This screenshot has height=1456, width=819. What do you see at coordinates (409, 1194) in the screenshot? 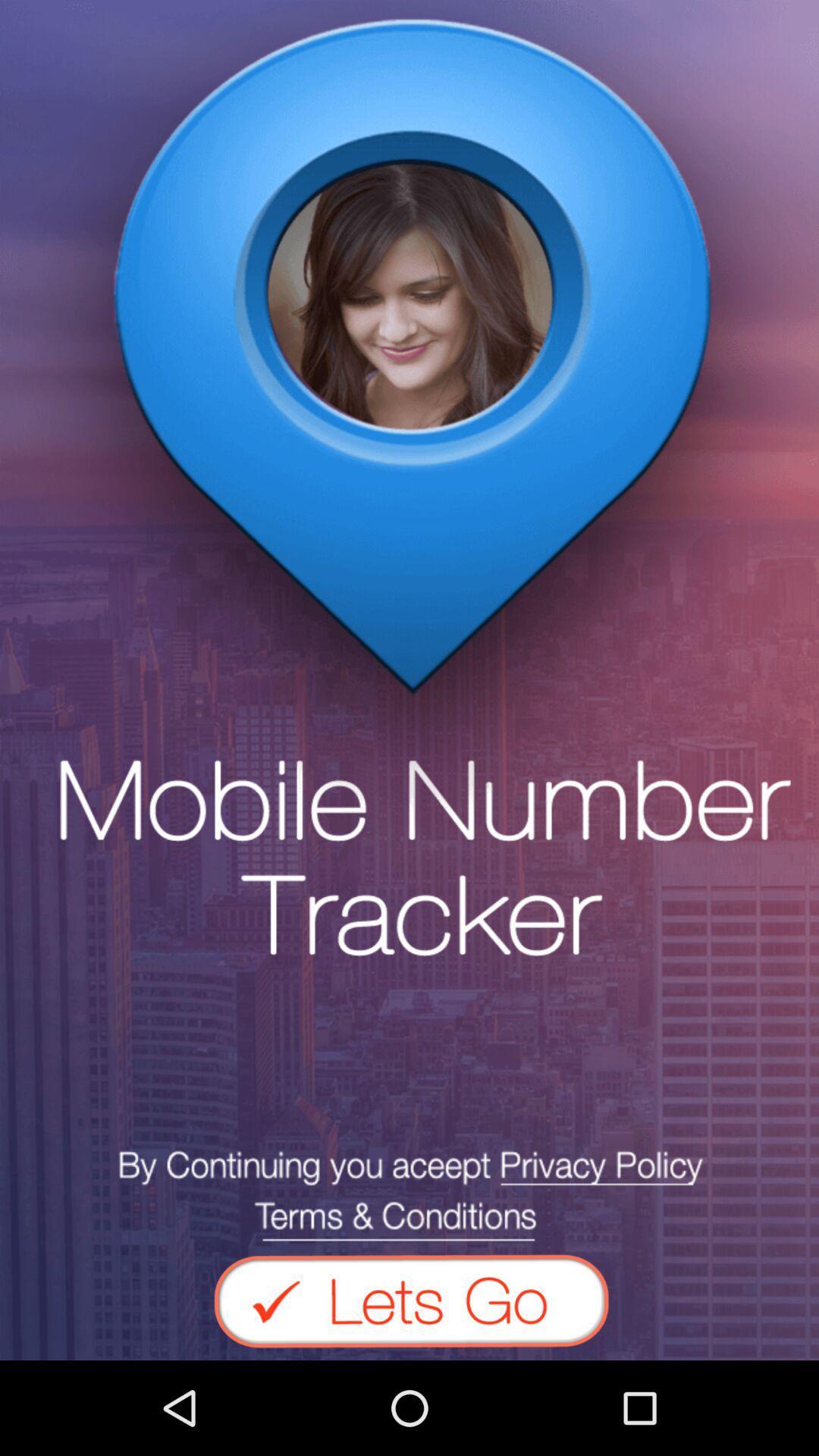
I see `read terms and conditions` at bounding box center [409, 1194].